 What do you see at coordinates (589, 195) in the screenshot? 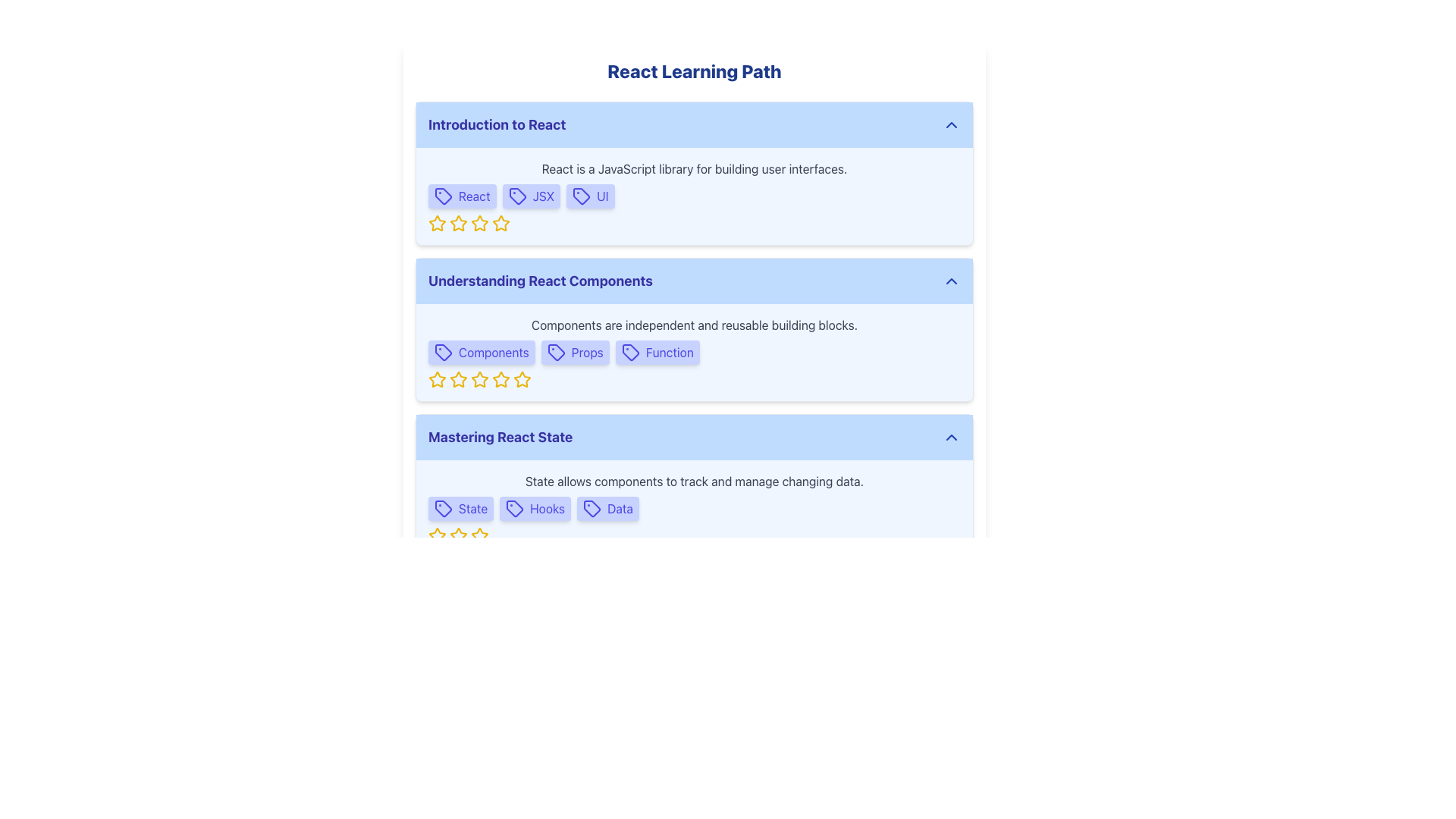
I see `the third tag labeled 'UI' with a rounded indigo background located below the 'Introduction to React' section` at bounding box center [589, 195].